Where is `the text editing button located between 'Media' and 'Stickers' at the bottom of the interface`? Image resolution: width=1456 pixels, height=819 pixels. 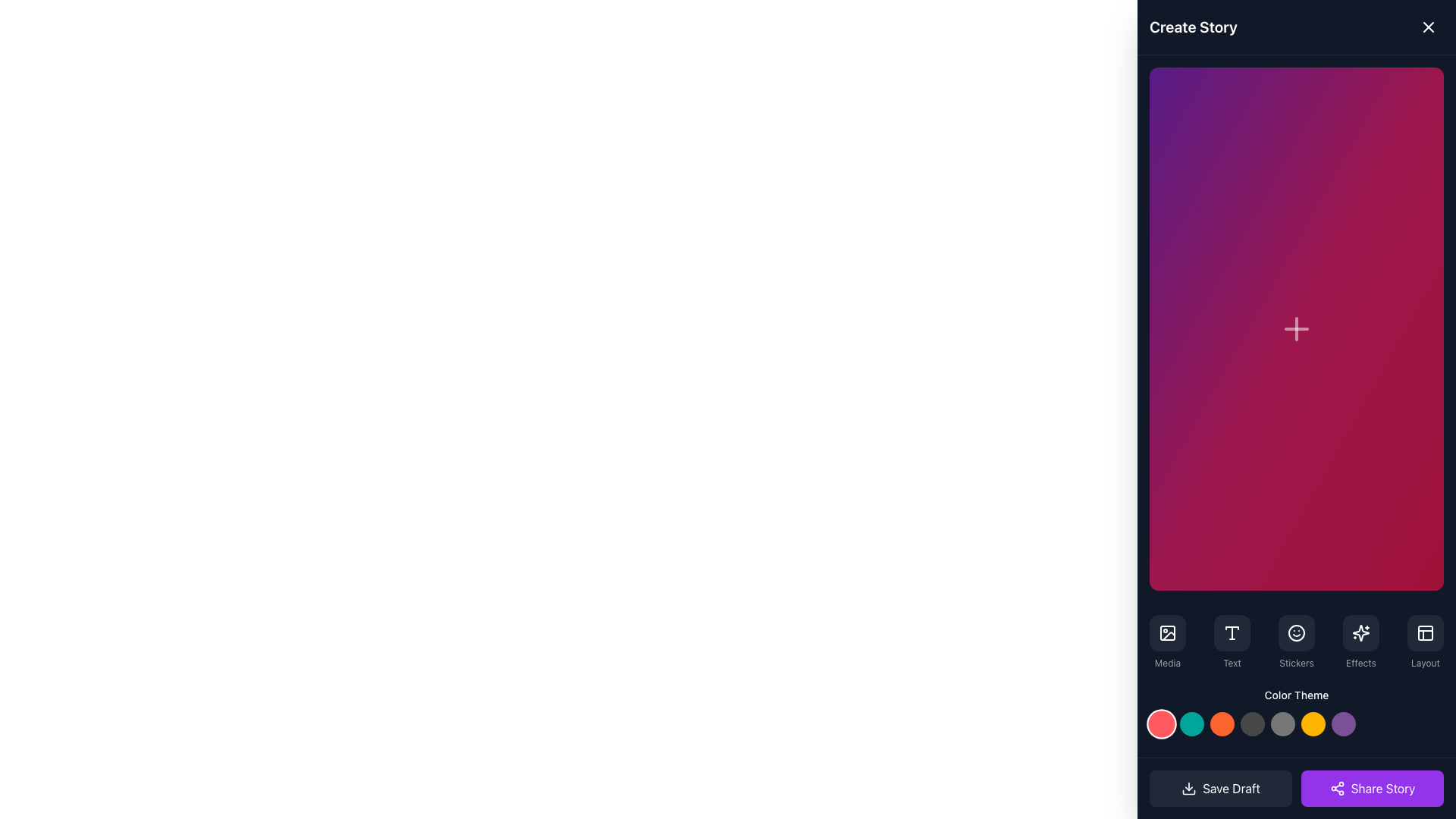 the text editing button located between 'Media' and 'Stickers' at the bottom of the interface is located at coordinates (1232, 641).